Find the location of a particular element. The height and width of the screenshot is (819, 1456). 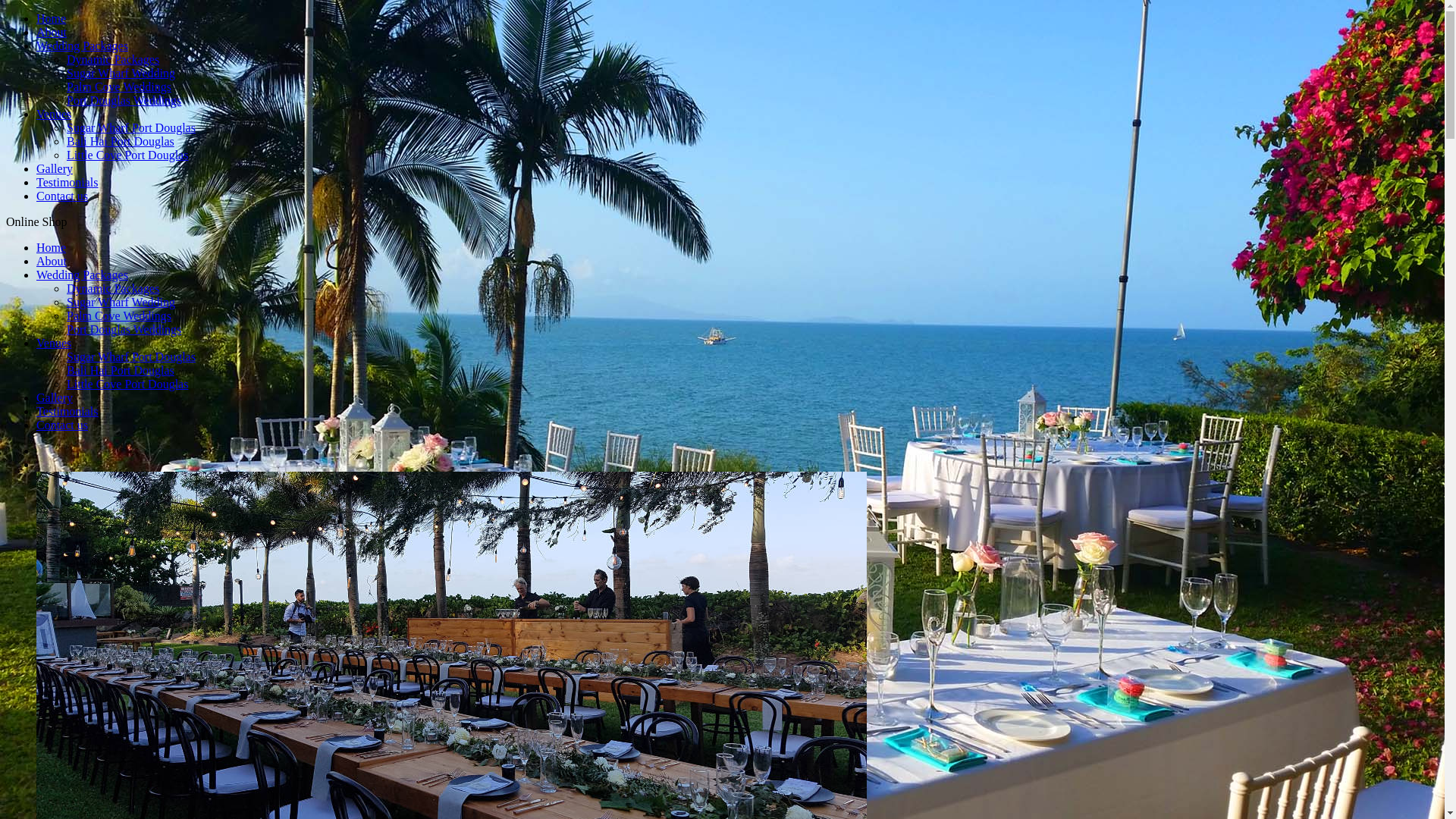

'Bali Hai Port Douglas' is located at coordinates (65, 370).